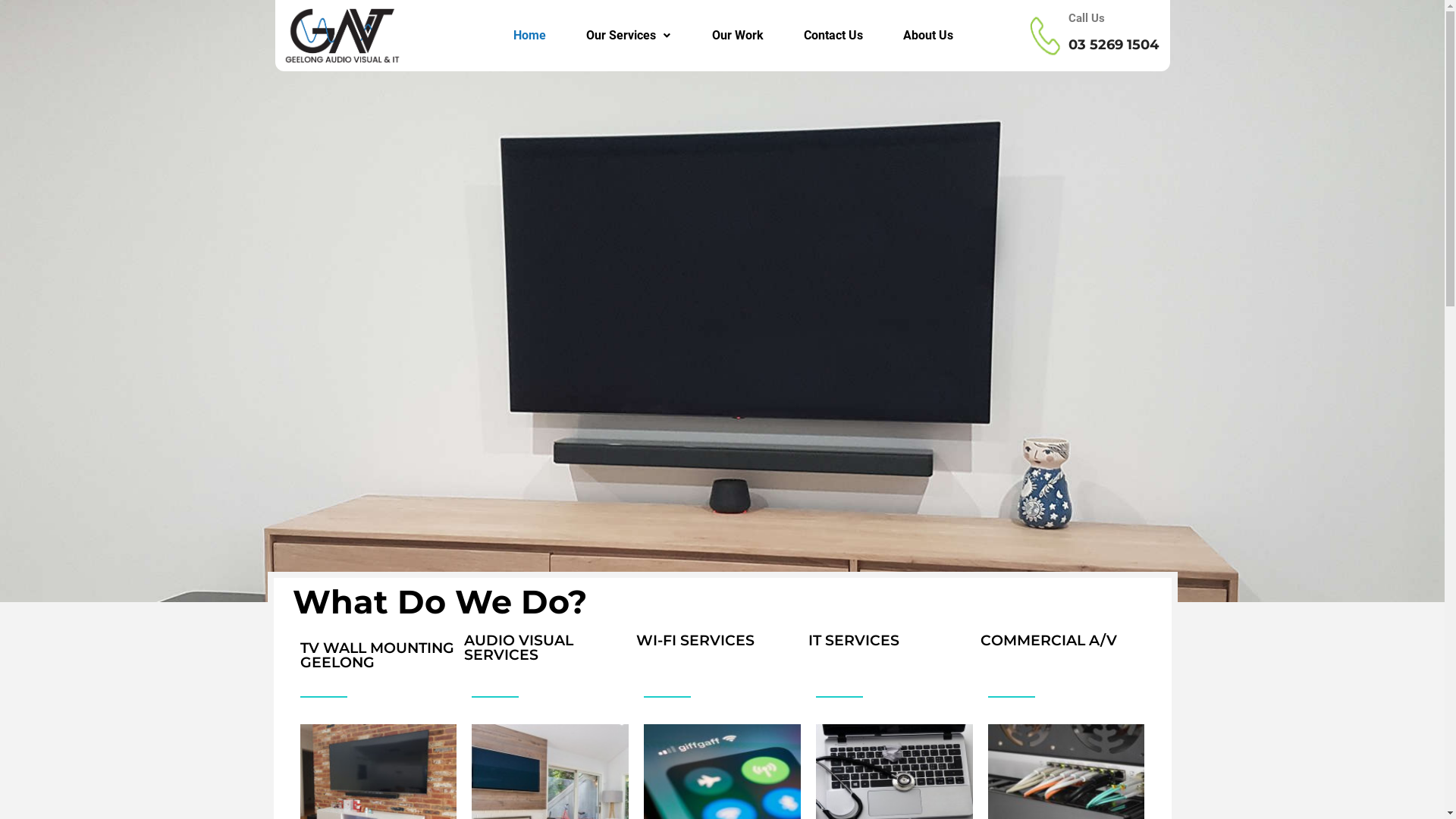 Image resolution: width=1456 pixels, height=819 pixels. Describe the element at coordinates (807, 640) in the screenshot. I see `'IT SERVICES'` at that location.